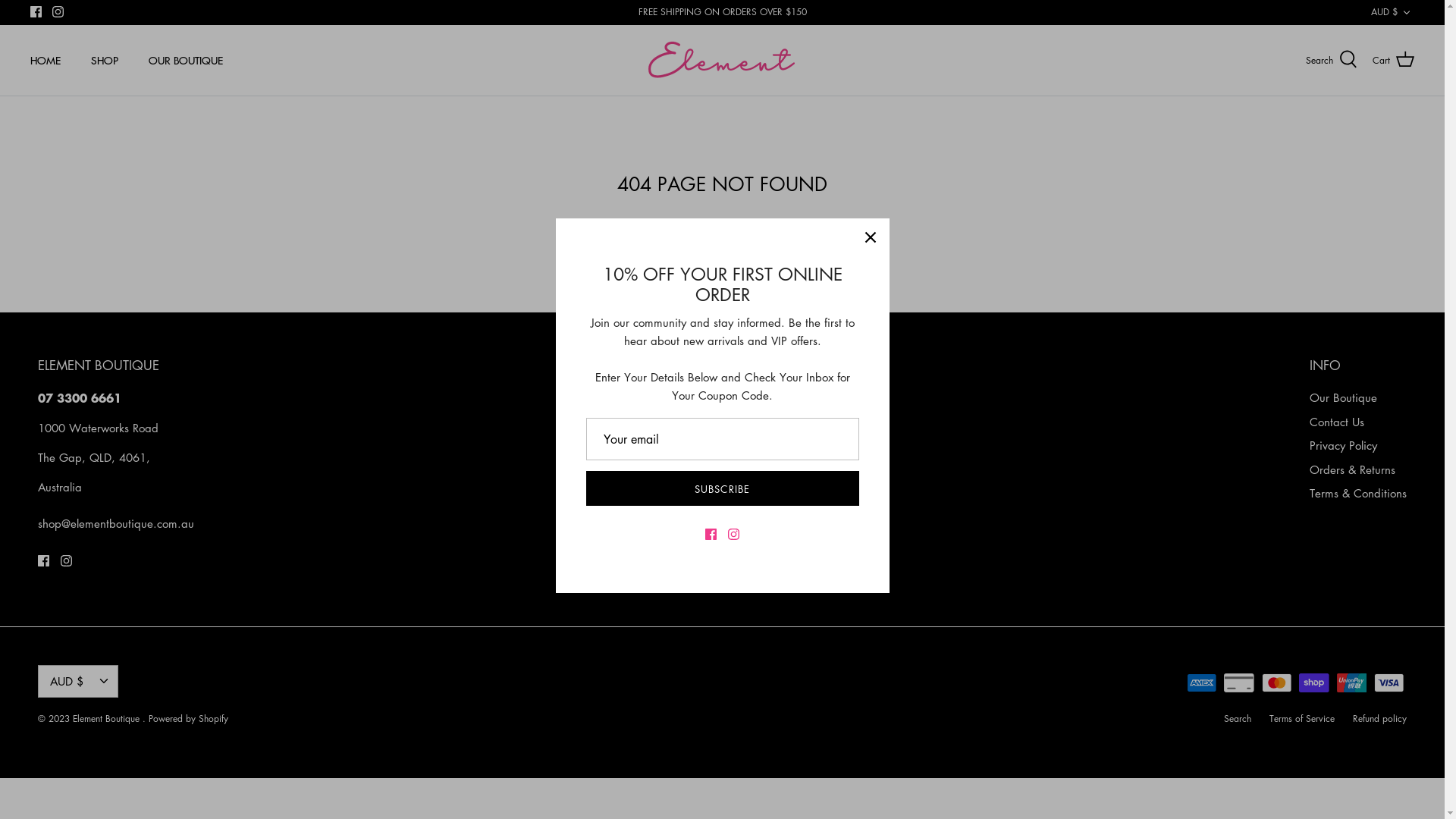 This screenshot has width=1456, height=819. What do you see at coordinates (115, 522) in the screenshot?
I see `'shop@elementboutique.com.au'` at bounding box center [115, 522].